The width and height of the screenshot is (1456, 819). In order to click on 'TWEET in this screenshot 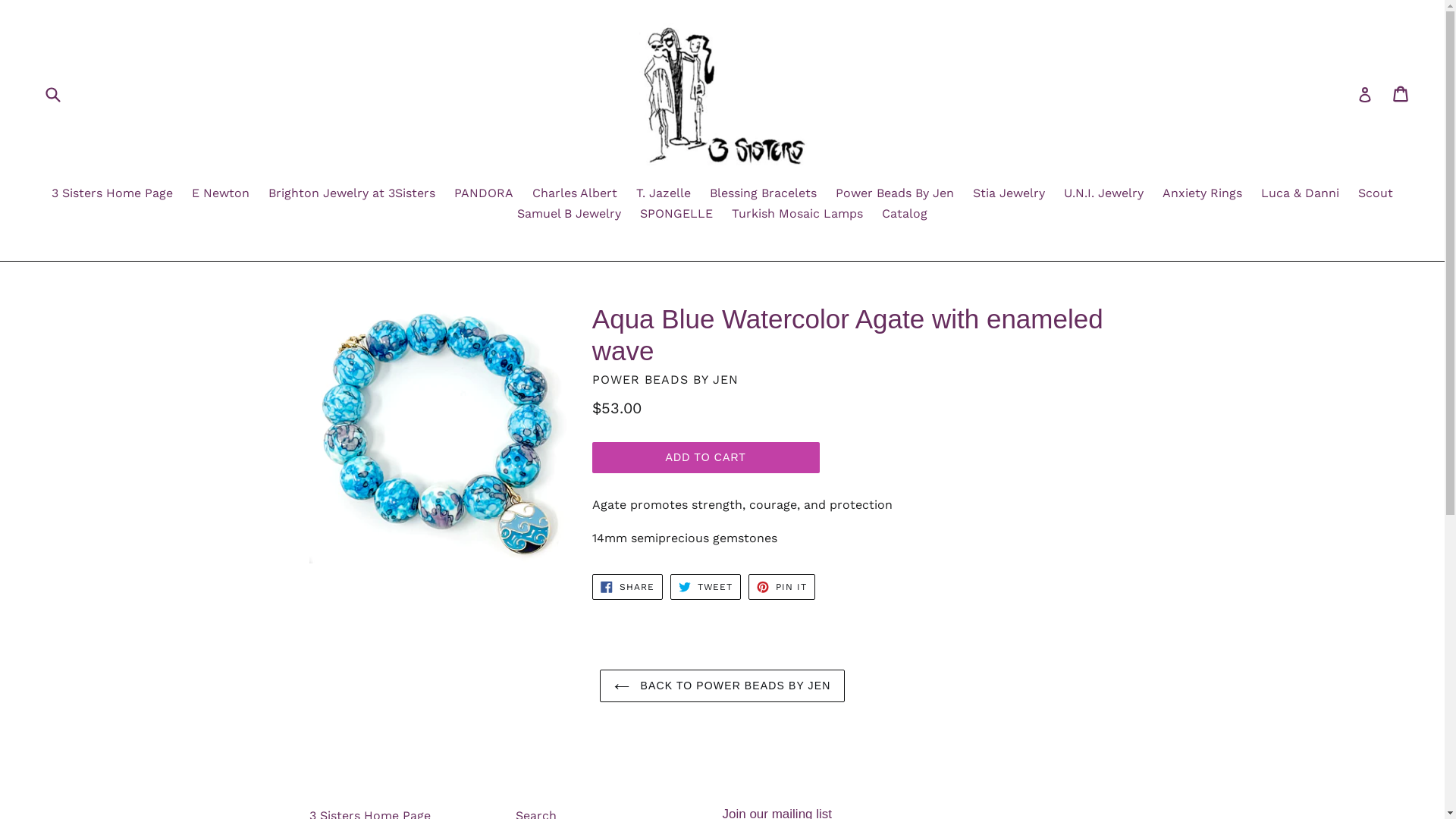, I will do `click(705, 586)`.